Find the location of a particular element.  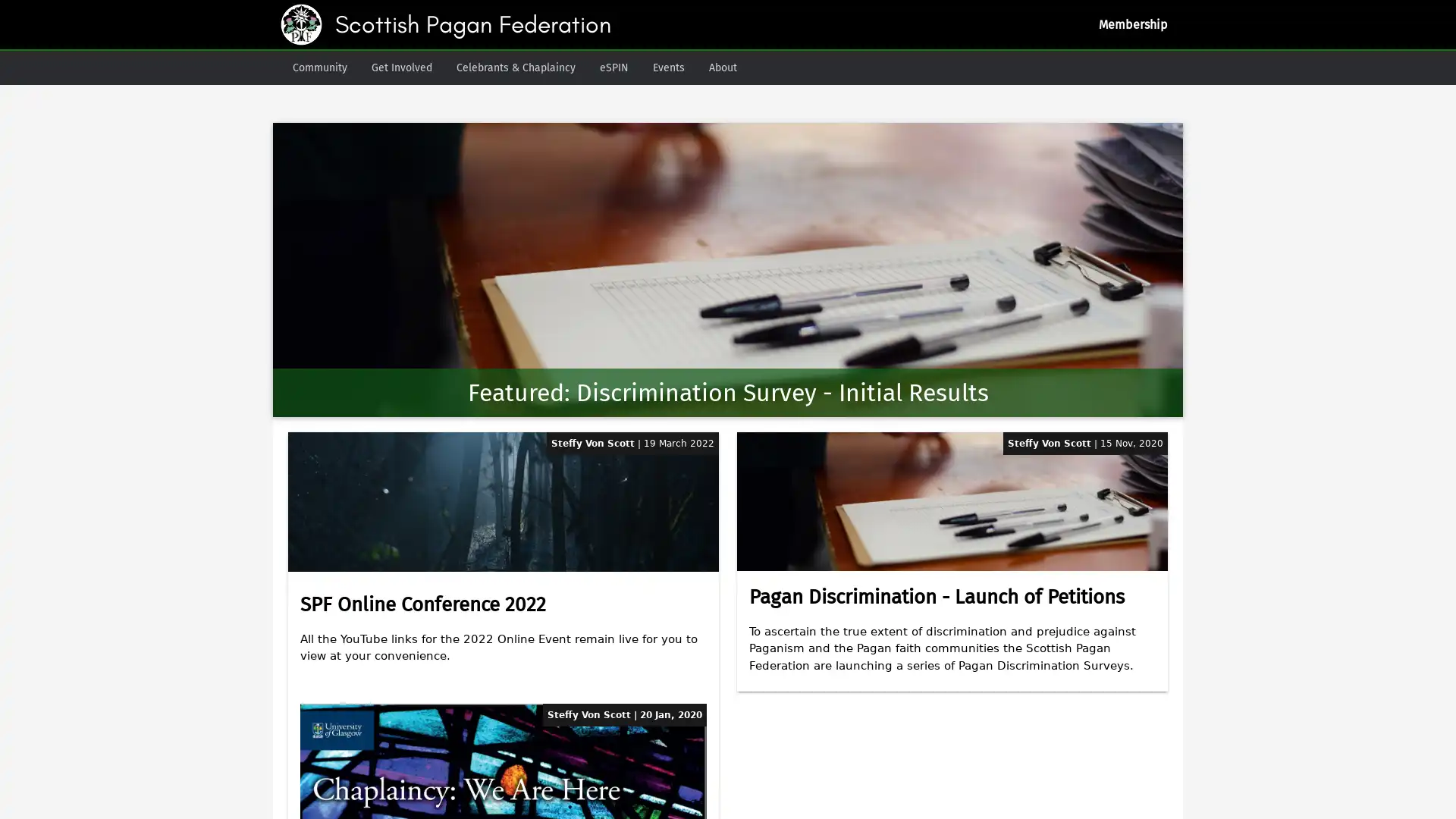

Celebrants & Chaplaincy is located at coordinates (516, 67).